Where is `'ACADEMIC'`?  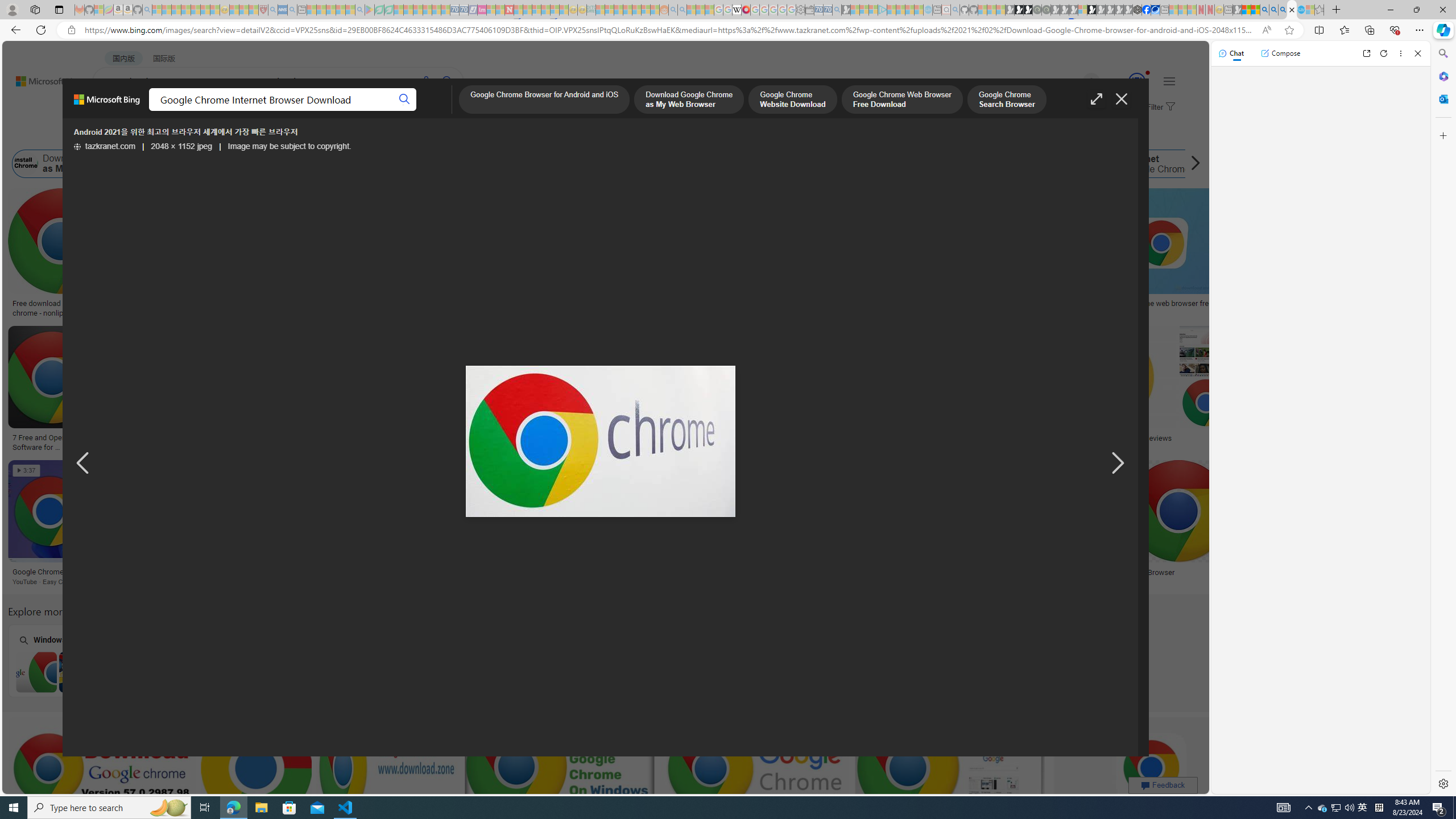 'ACADEMIC' is located at coordinates (360, 111).